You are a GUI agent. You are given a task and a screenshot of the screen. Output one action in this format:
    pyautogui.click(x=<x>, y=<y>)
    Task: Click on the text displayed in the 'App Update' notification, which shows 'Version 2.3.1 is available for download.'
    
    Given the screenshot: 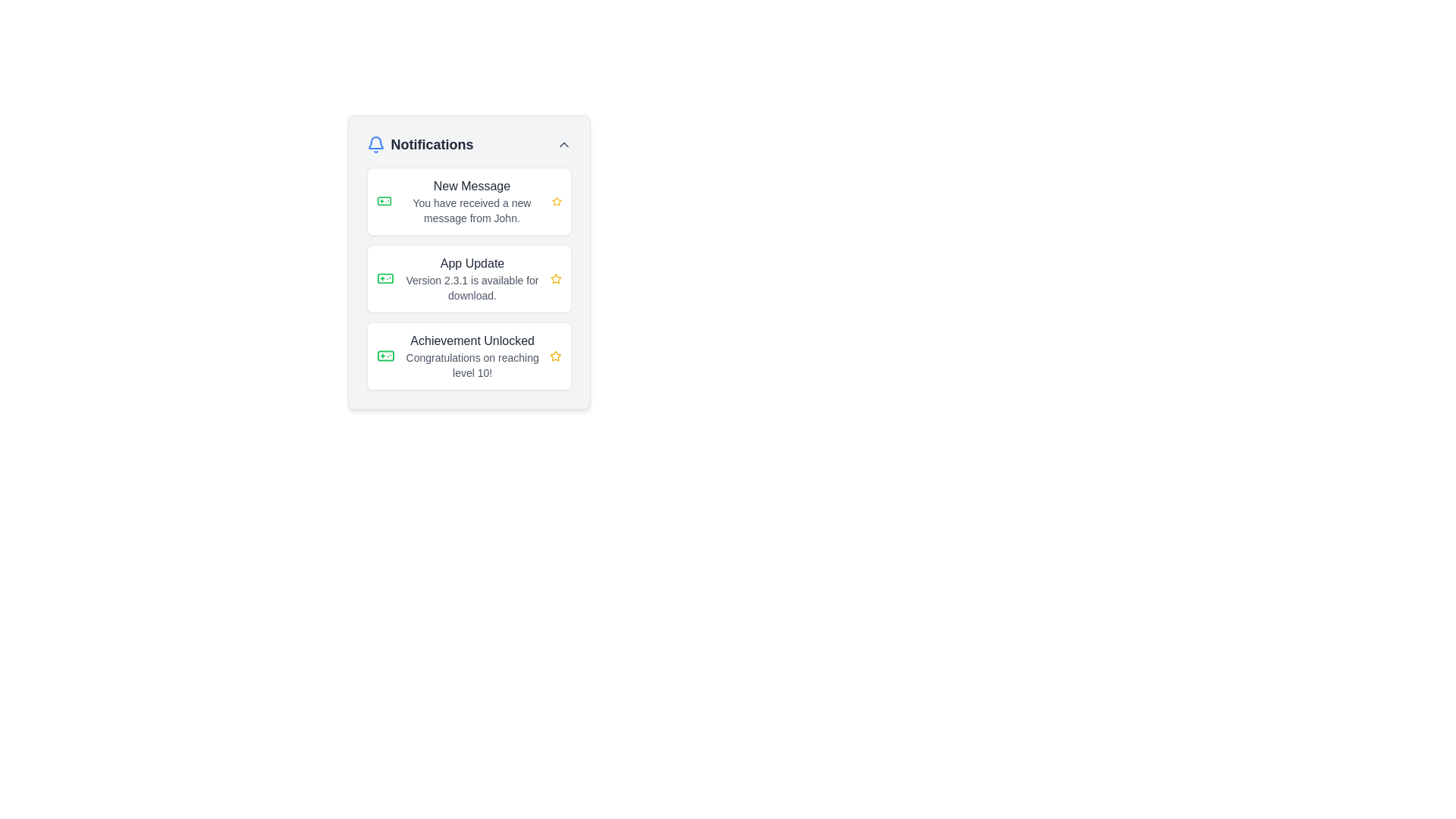 What is the action you would take?
    pyautogui.click(x=472, y=278)
    